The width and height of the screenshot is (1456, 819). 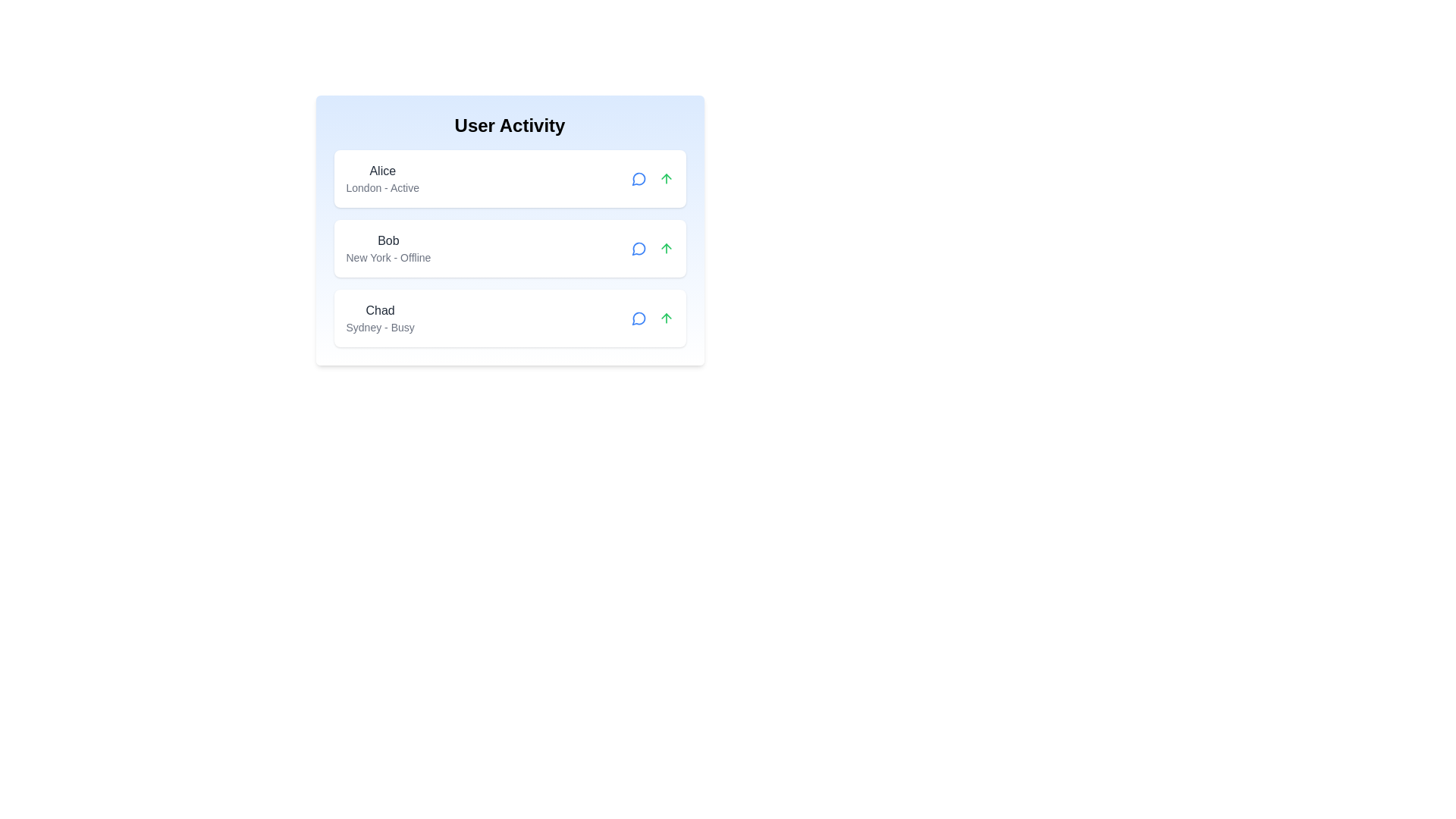 What do you see at coordinates (666, 318) in the screenshot?
I see `the arrow button for user Chad` at bounding box center [666, 318].